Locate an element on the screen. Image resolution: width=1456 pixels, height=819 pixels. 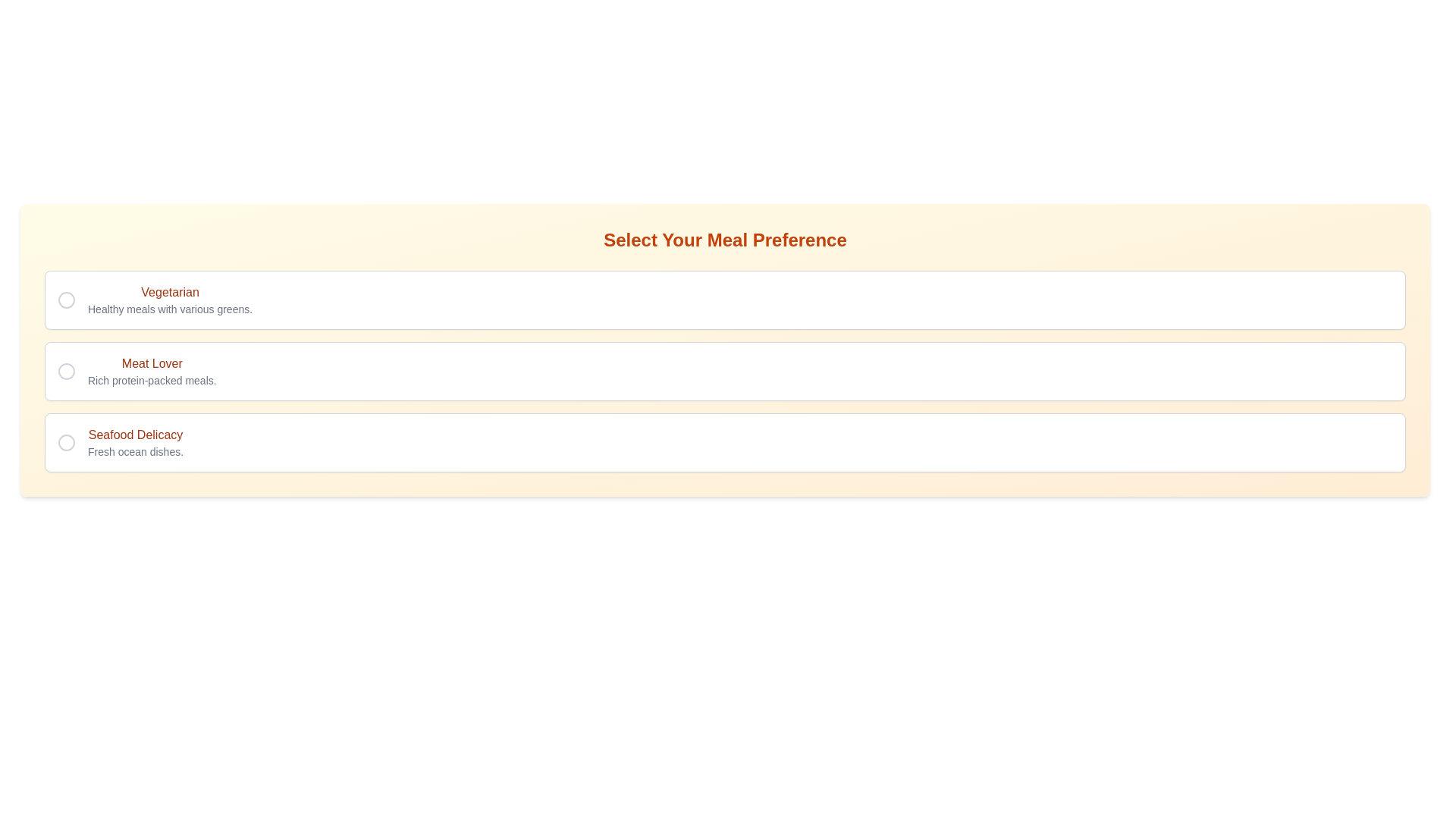
the SVG circle with a gray stroke color located to the left of the 'Meat Lover' text in the meal preference selection interface is located at coordinates (65, 371).